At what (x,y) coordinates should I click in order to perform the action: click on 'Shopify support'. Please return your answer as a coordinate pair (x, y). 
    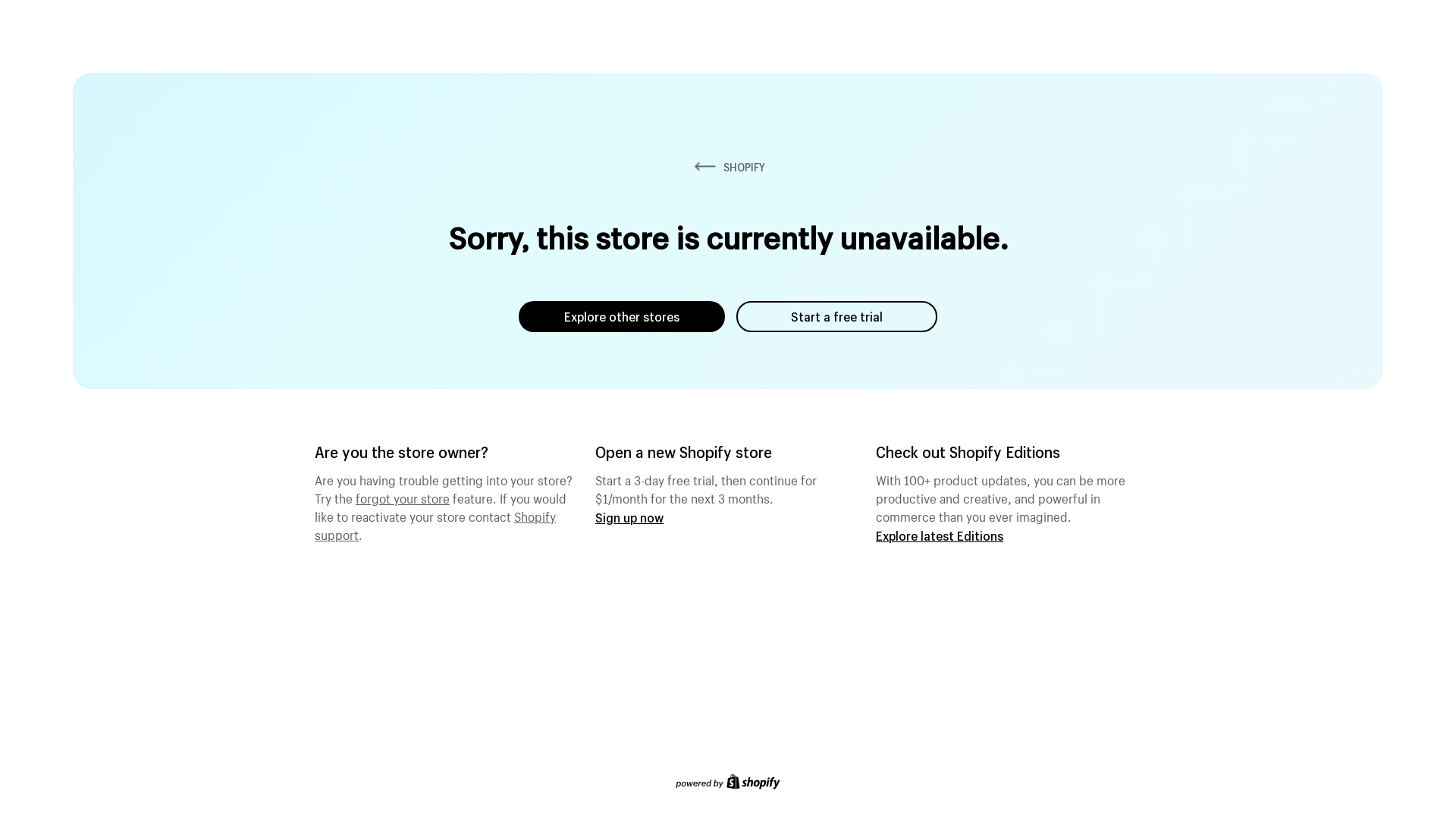
    Looking at the image, I should click on (435, 522).